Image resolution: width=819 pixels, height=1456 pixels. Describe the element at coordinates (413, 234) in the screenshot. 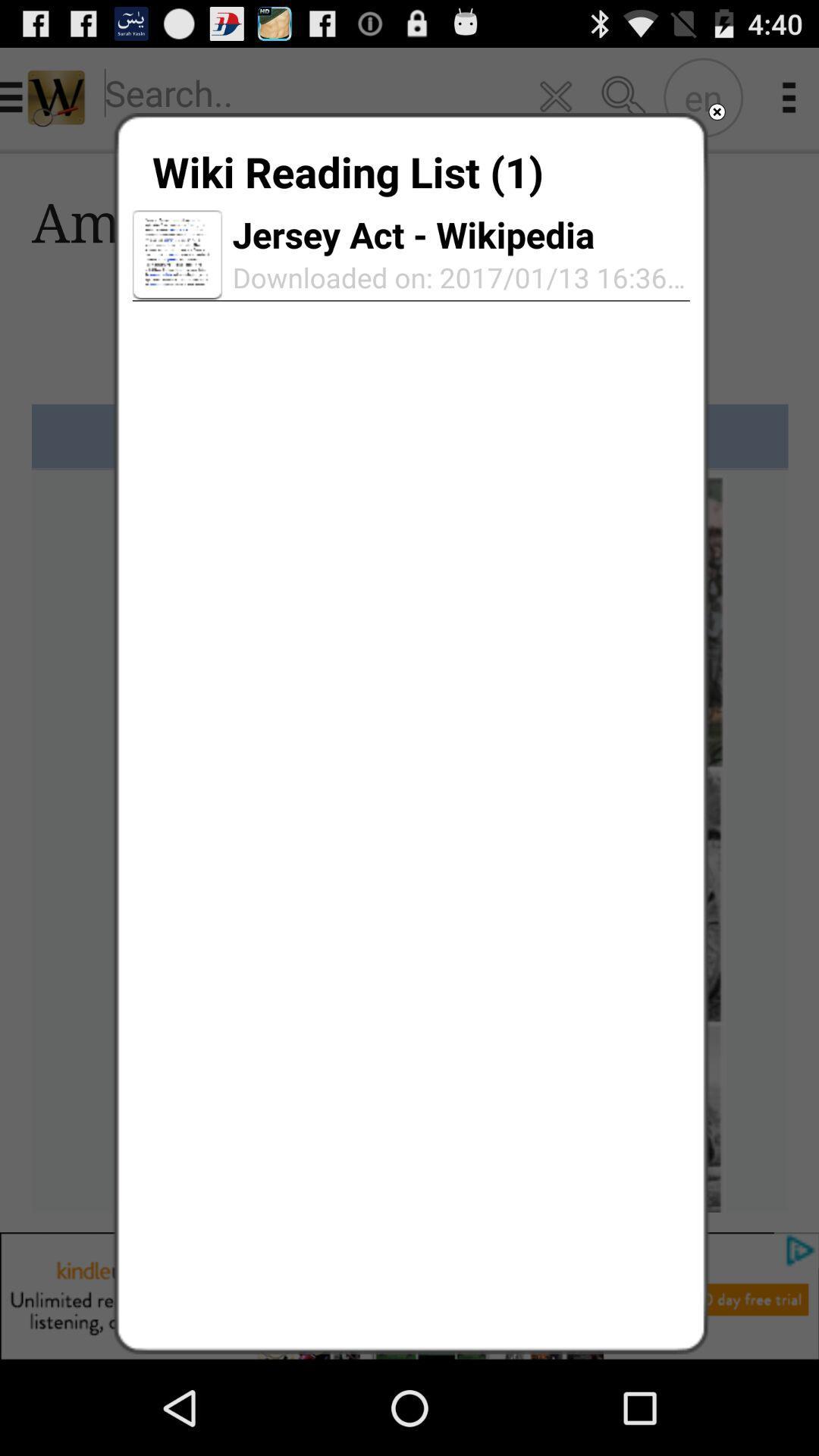

I see `jersey act - wikipedia item` at that location.